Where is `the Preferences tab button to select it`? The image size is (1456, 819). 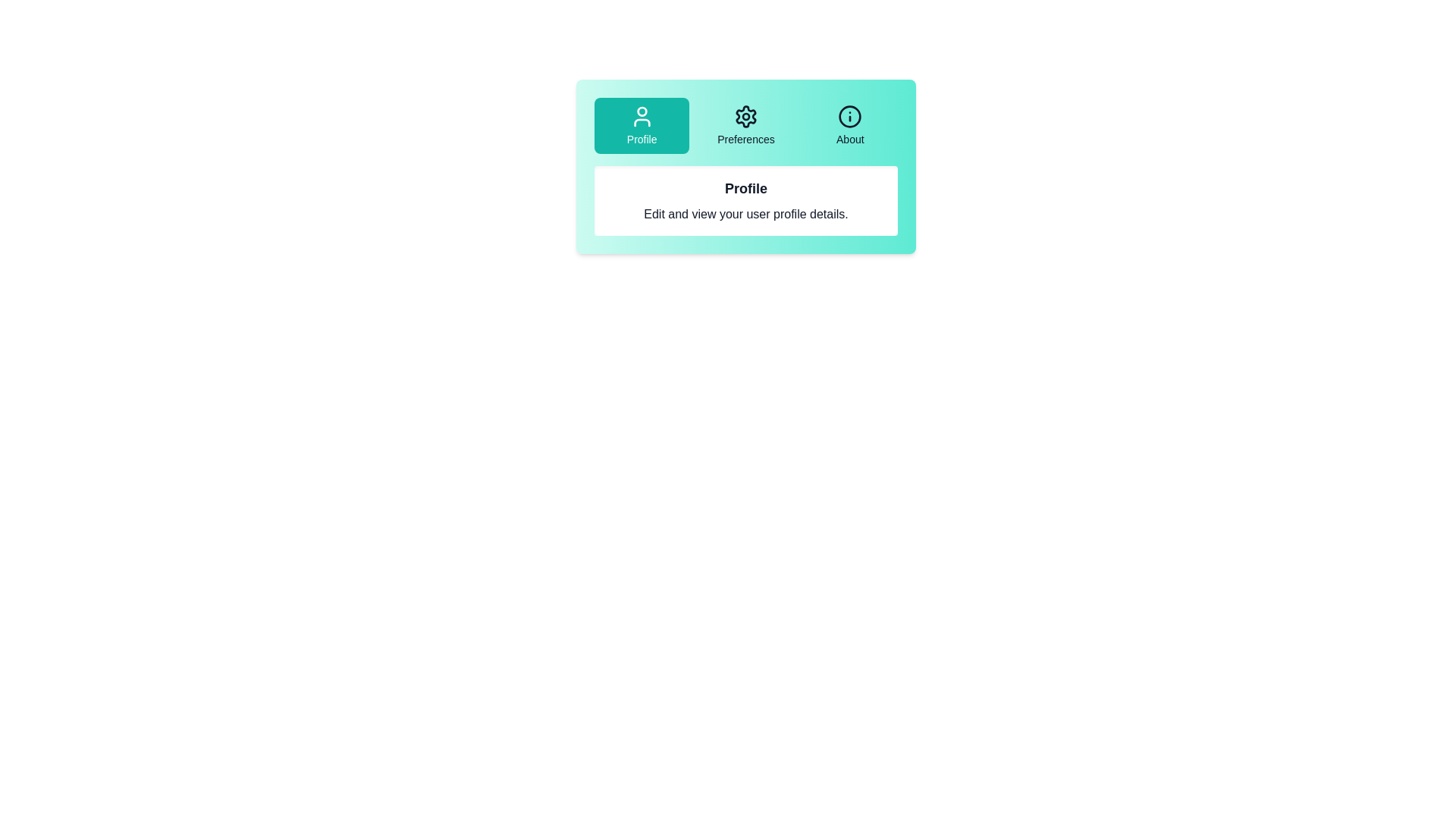
the Preferences tab button to select it is located at coordinates (745, 124).